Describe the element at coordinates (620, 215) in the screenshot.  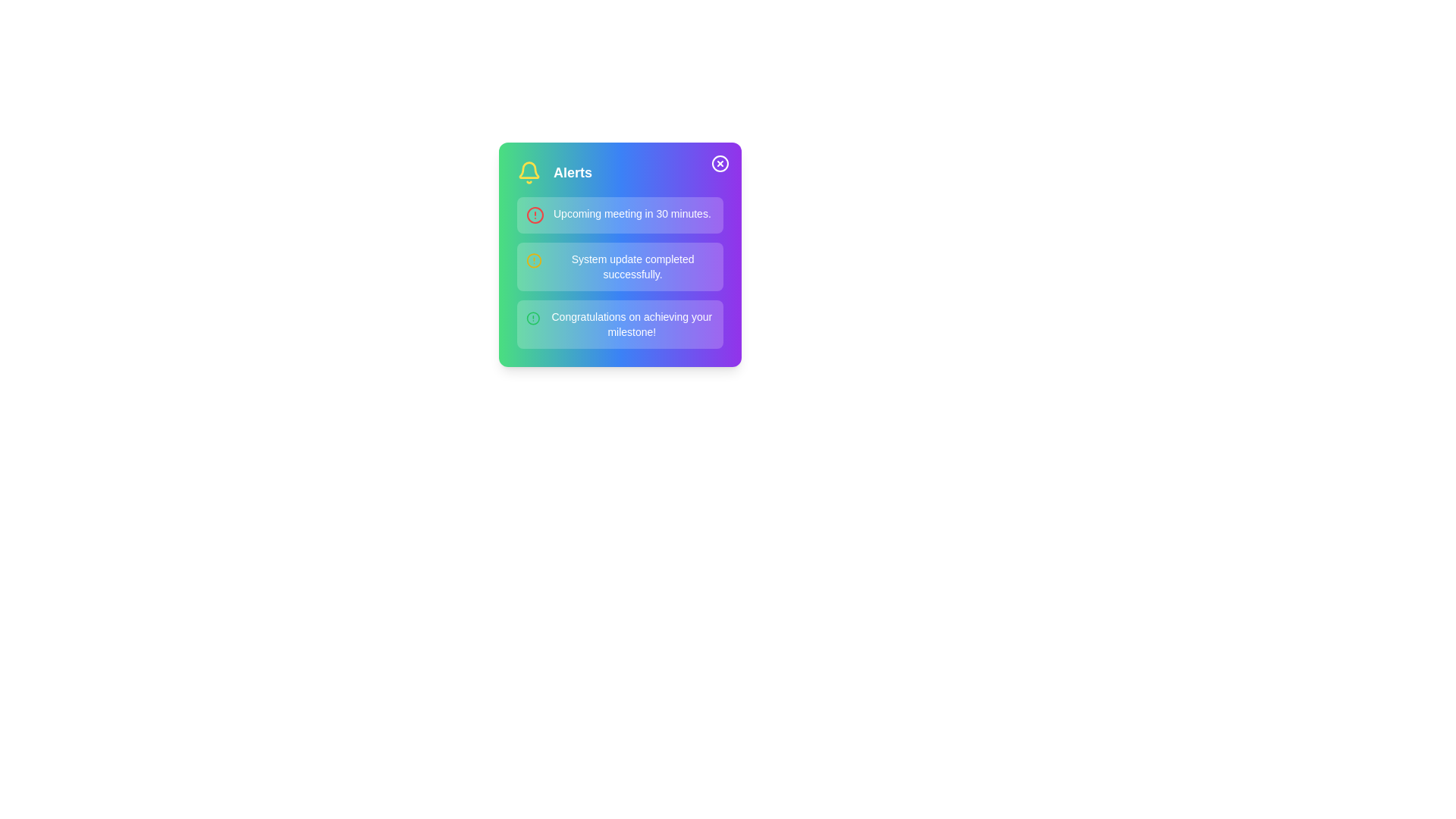
I see `the alert notification item displaying the text 'Upcoming meeting in 30 minutes.' by moving the cursor over it` at that location.